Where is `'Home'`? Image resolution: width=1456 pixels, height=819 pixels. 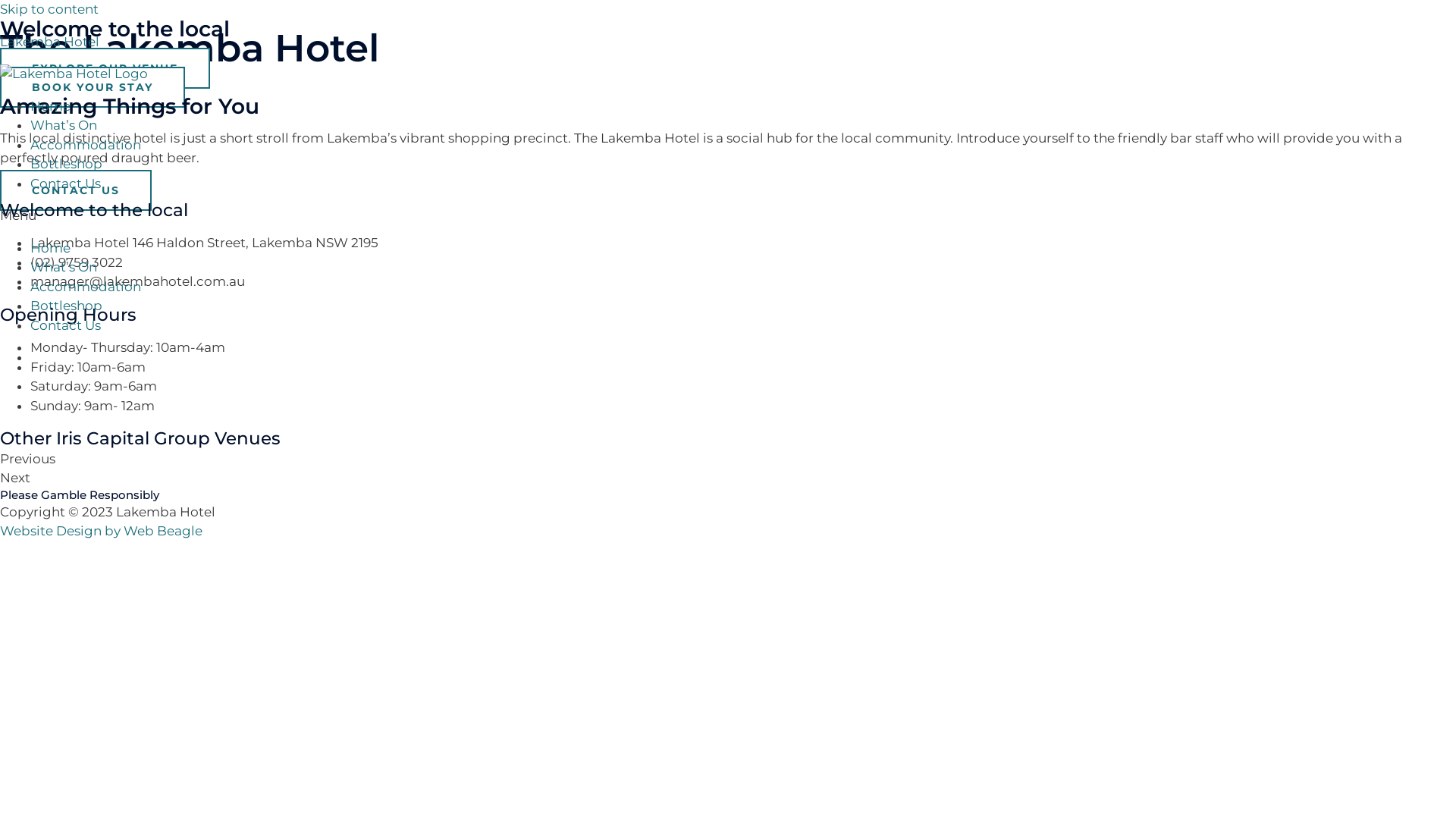 'Home' is located at coordinates (50, 246).